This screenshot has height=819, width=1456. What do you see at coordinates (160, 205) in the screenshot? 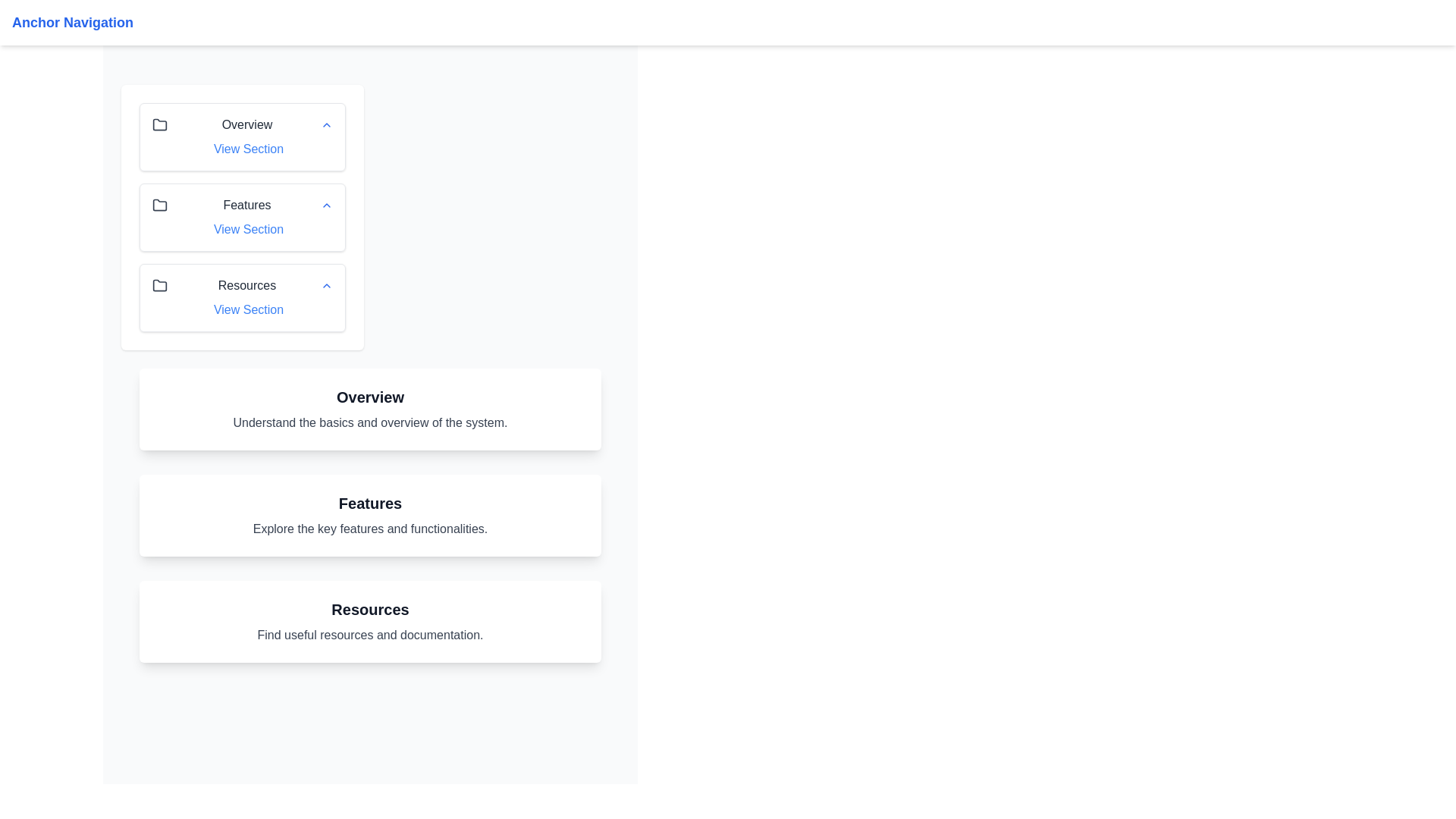
I see `the folder icon in the 'Features' section, which is a gray minimalist vector graphic located between 'Overview' and 'Resources' in the left panel` at bounding box center [160, 205].